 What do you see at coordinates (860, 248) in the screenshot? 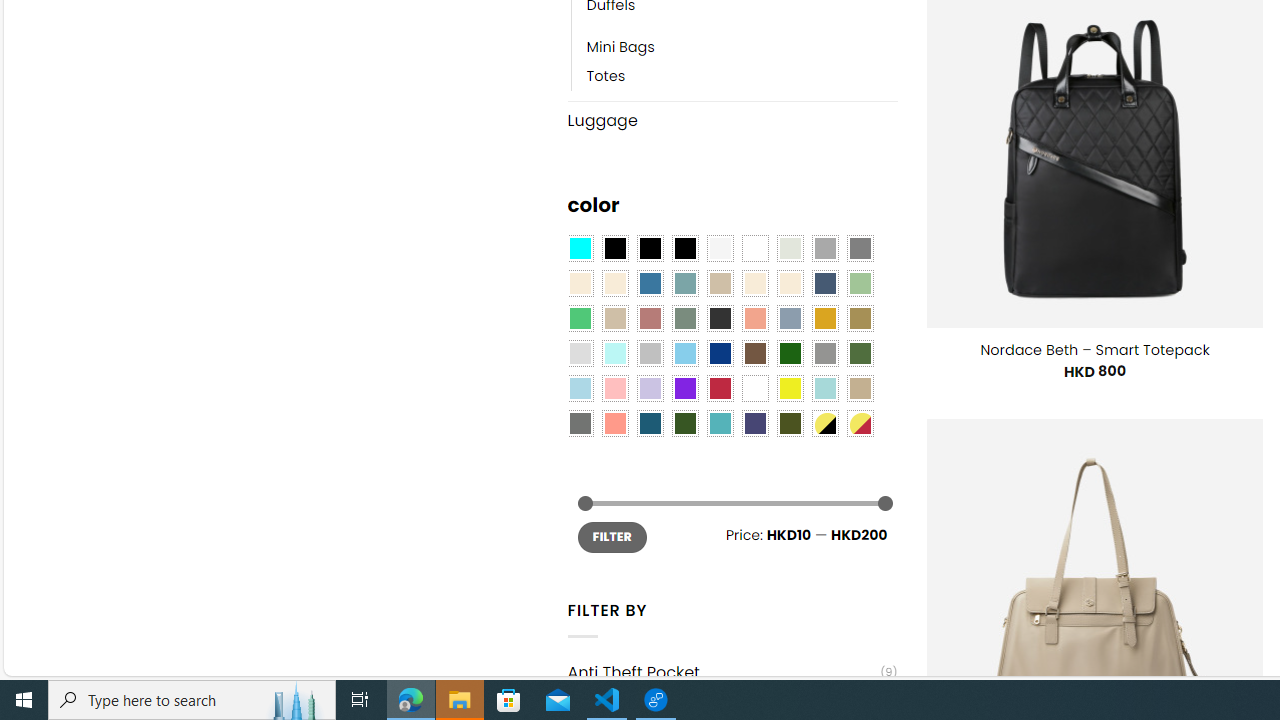
I see `'All Gray'` at bounding box center [860, 248].